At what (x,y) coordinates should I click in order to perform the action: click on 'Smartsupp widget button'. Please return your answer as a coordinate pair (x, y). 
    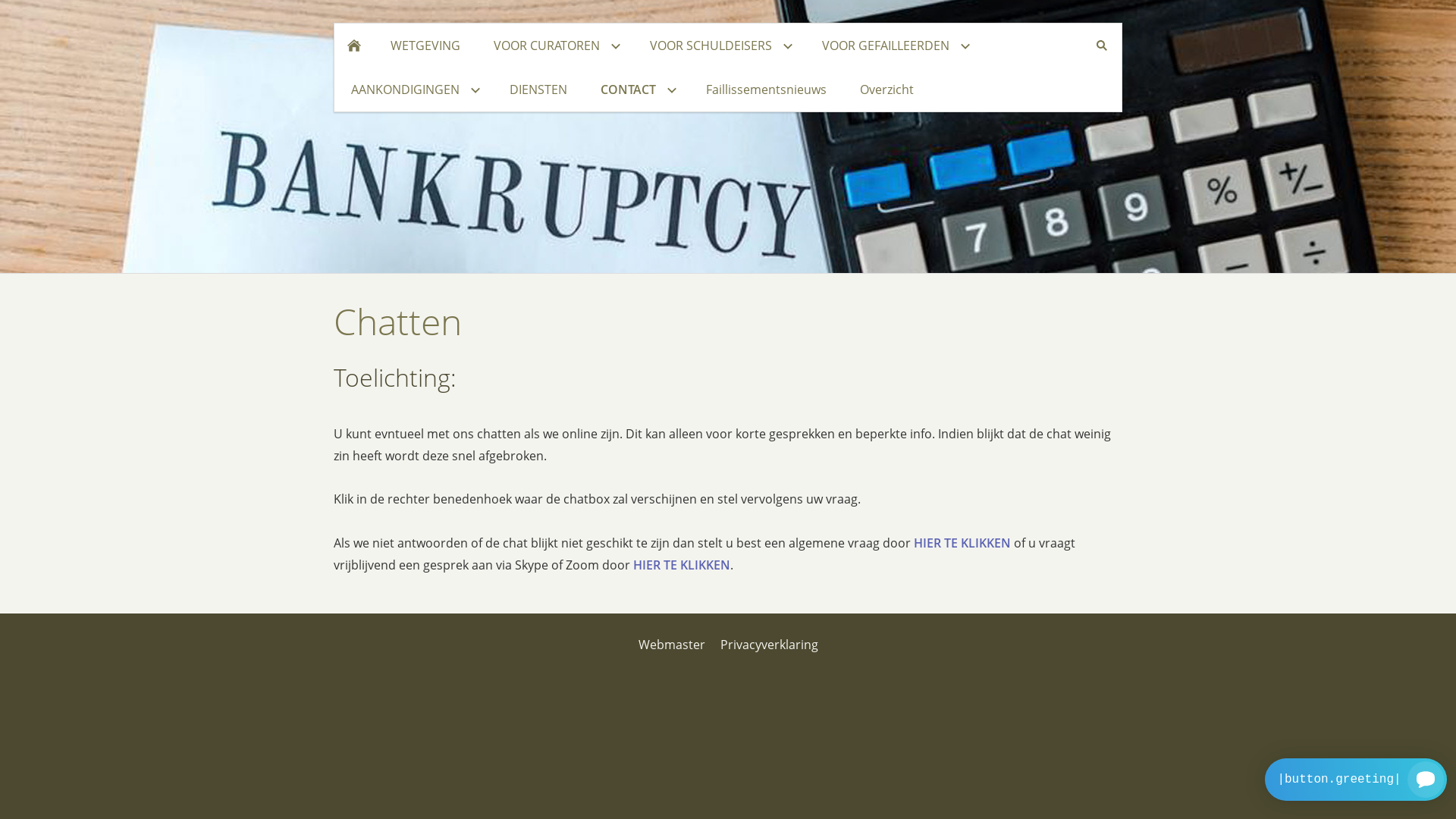
    Looking at the image, I should click on (1356, 780).